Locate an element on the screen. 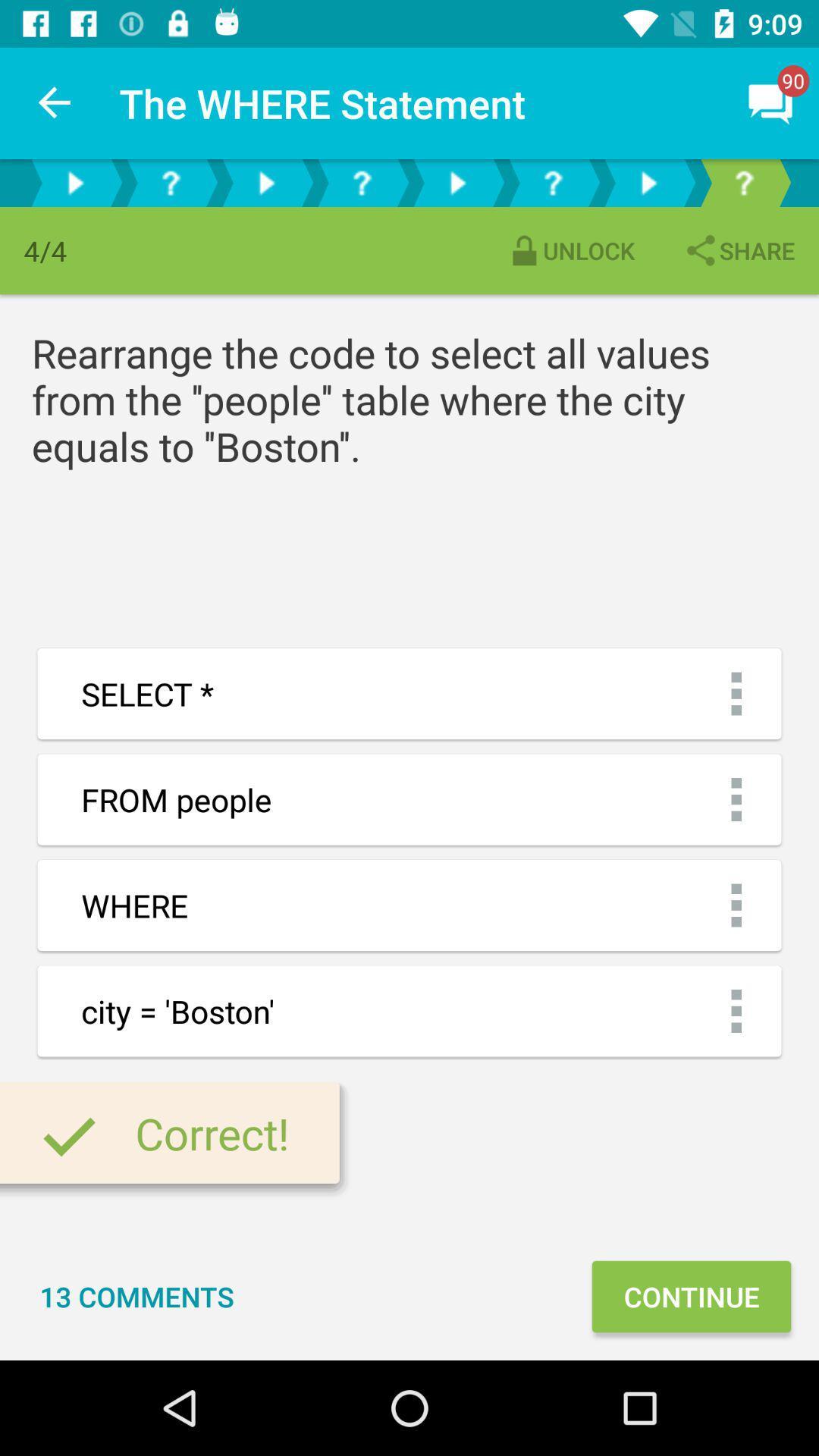 The height and width of the screenshot is (1456, 819). button for question part is located at coordinates (170, 182).